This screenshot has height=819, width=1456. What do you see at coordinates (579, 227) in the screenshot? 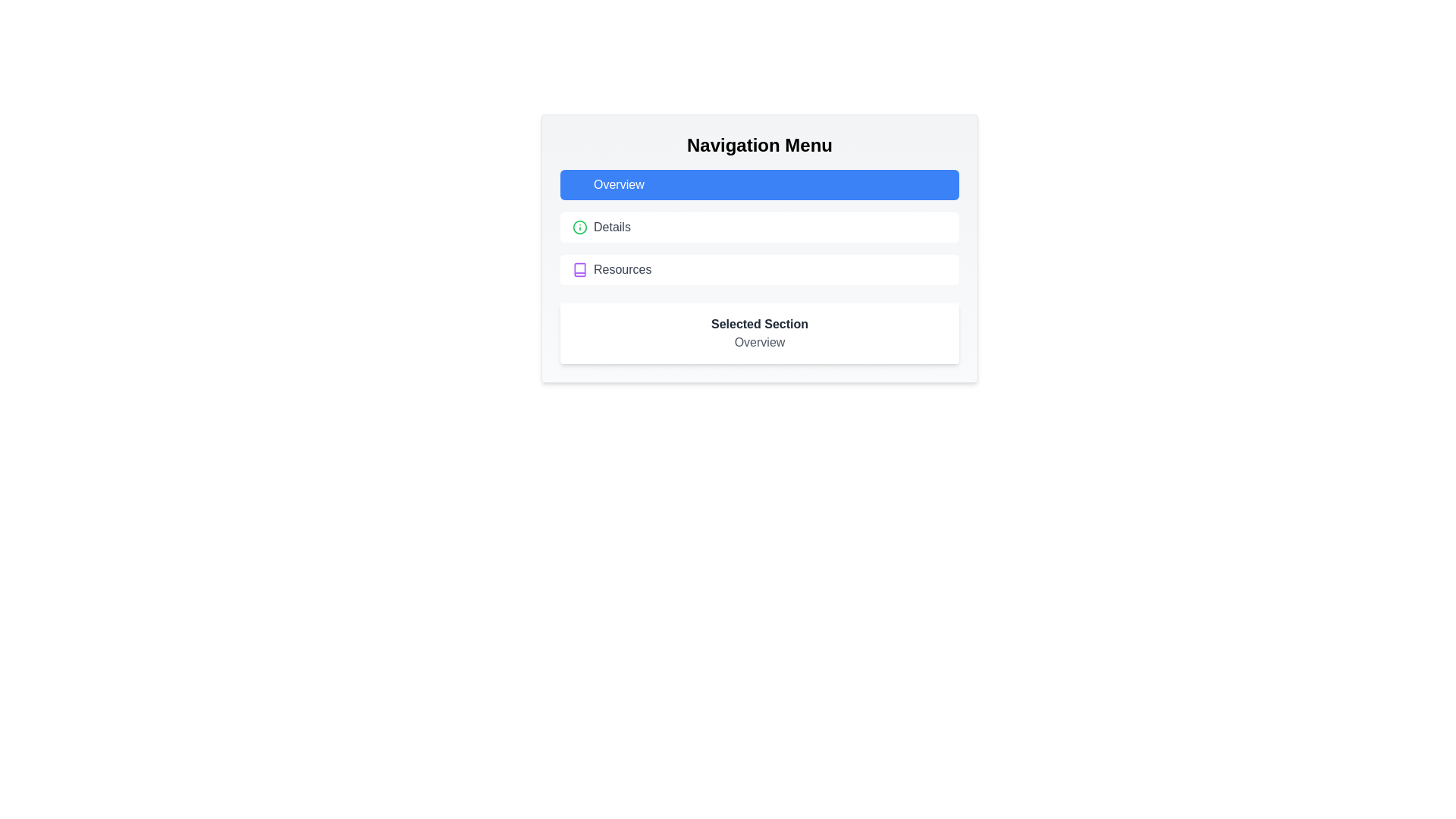
I see `the circular icon in the 'Details' navigation menu, which is part of a vertically stacked menu including 'Overview' and 'Resources'` at bounding box center [579, 227].